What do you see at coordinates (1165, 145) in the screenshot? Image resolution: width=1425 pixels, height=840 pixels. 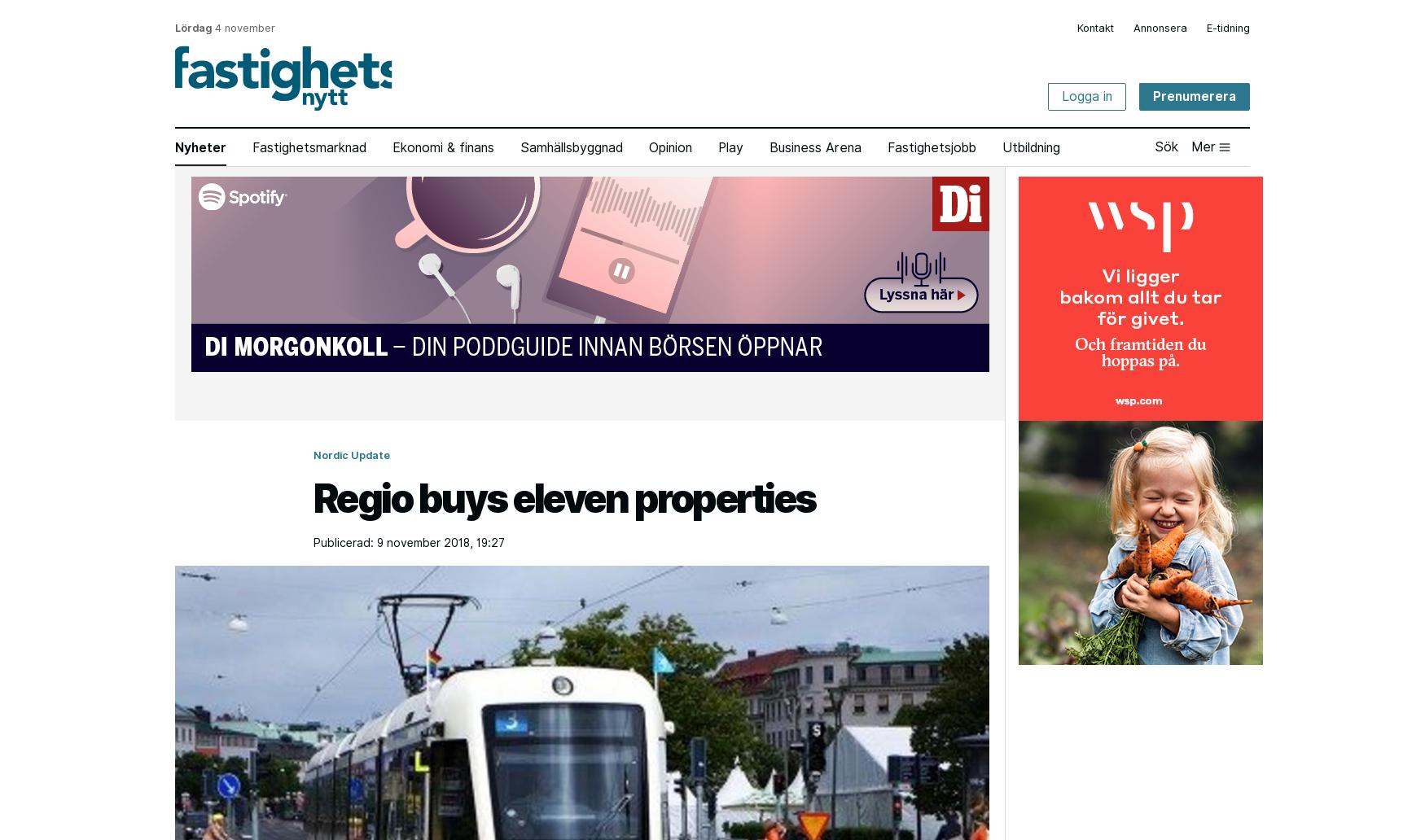 I see `'Sök'` at bounding box center [1165, 145].